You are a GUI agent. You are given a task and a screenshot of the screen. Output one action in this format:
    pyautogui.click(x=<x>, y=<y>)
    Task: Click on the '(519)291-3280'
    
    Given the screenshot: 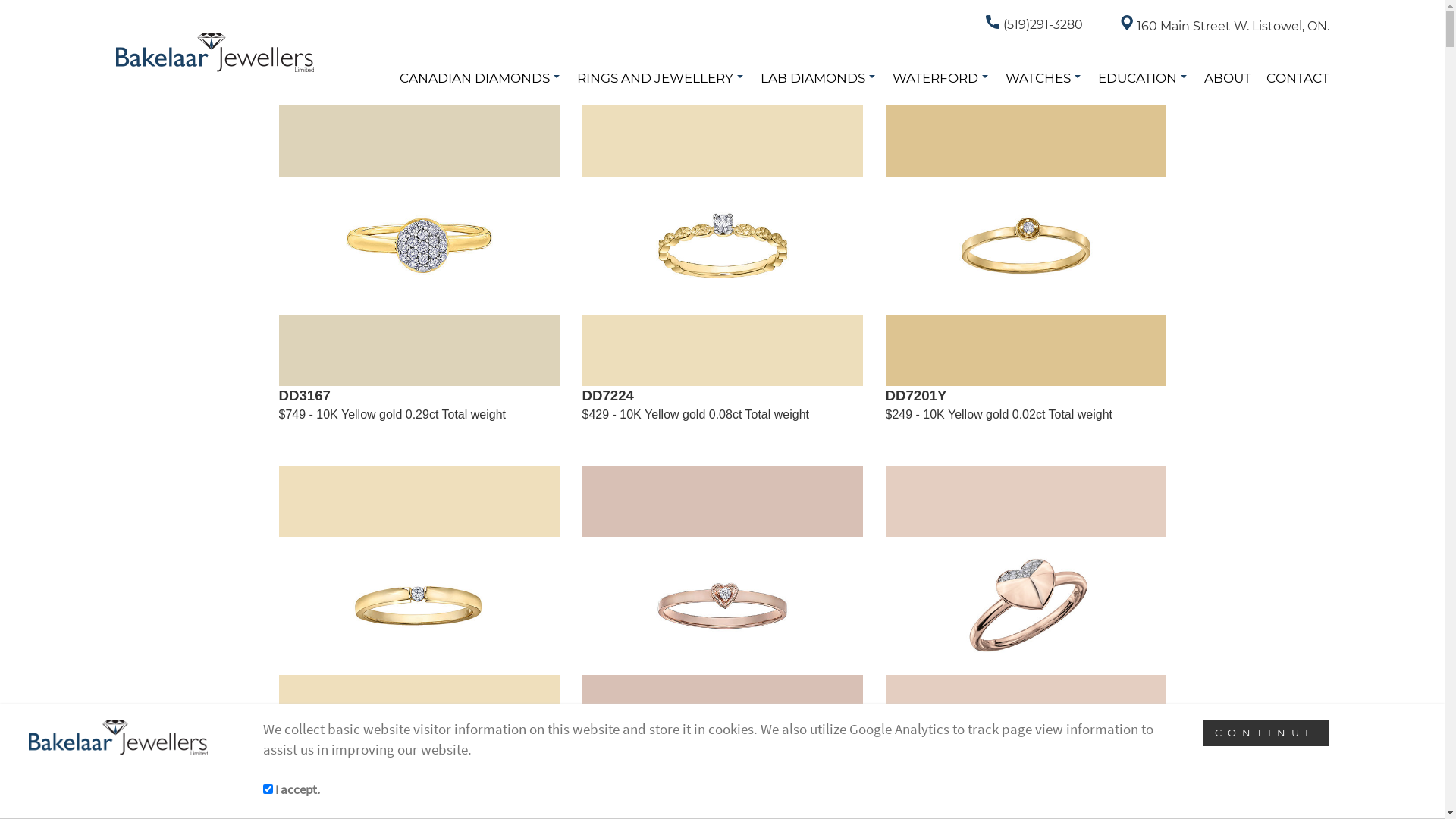 What is the action you would take?
    pyautogui.click(x=1033, y=24)
    